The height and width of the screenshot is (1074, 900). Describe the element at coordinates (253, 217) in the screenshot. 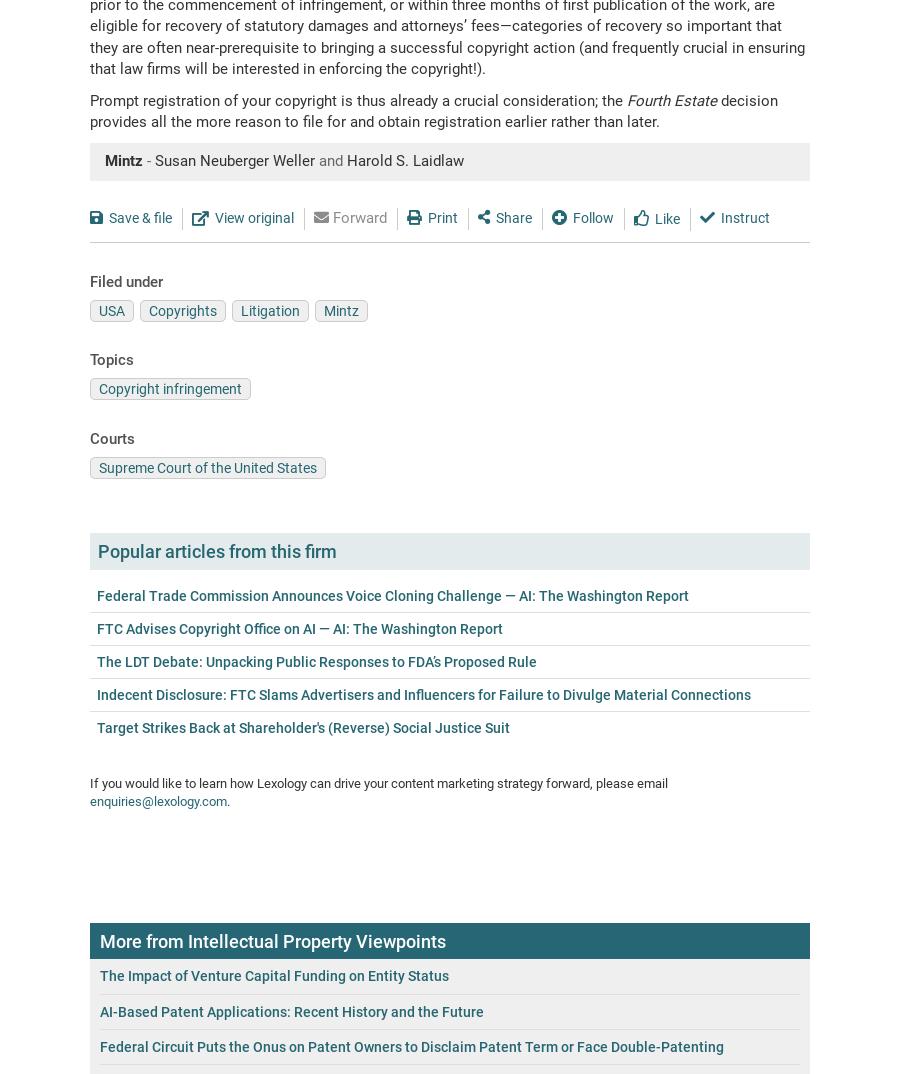

I see `'View original'` at that location.